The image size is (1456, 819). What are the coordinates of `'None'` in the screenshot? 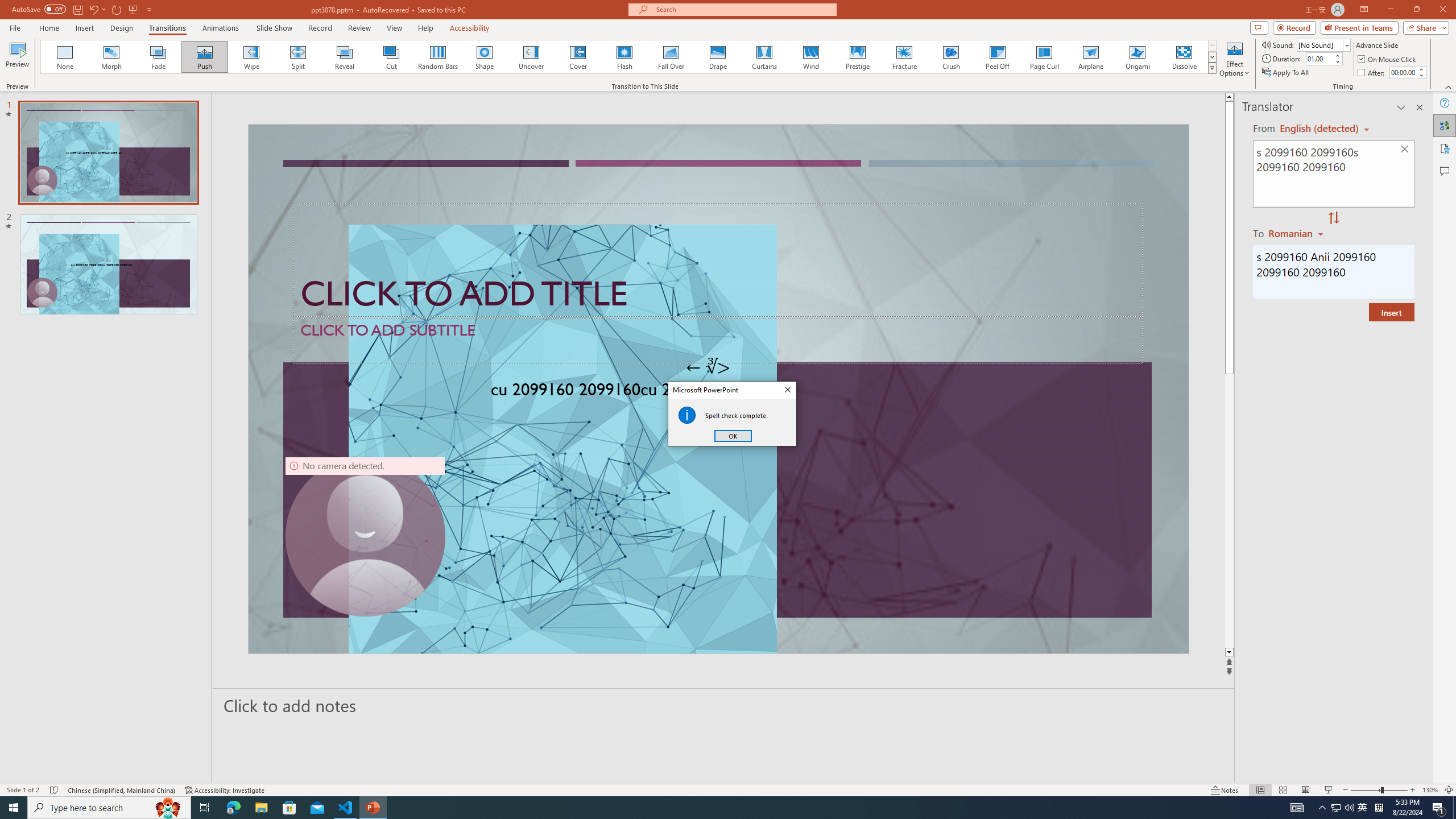 It's located at (65, 56).